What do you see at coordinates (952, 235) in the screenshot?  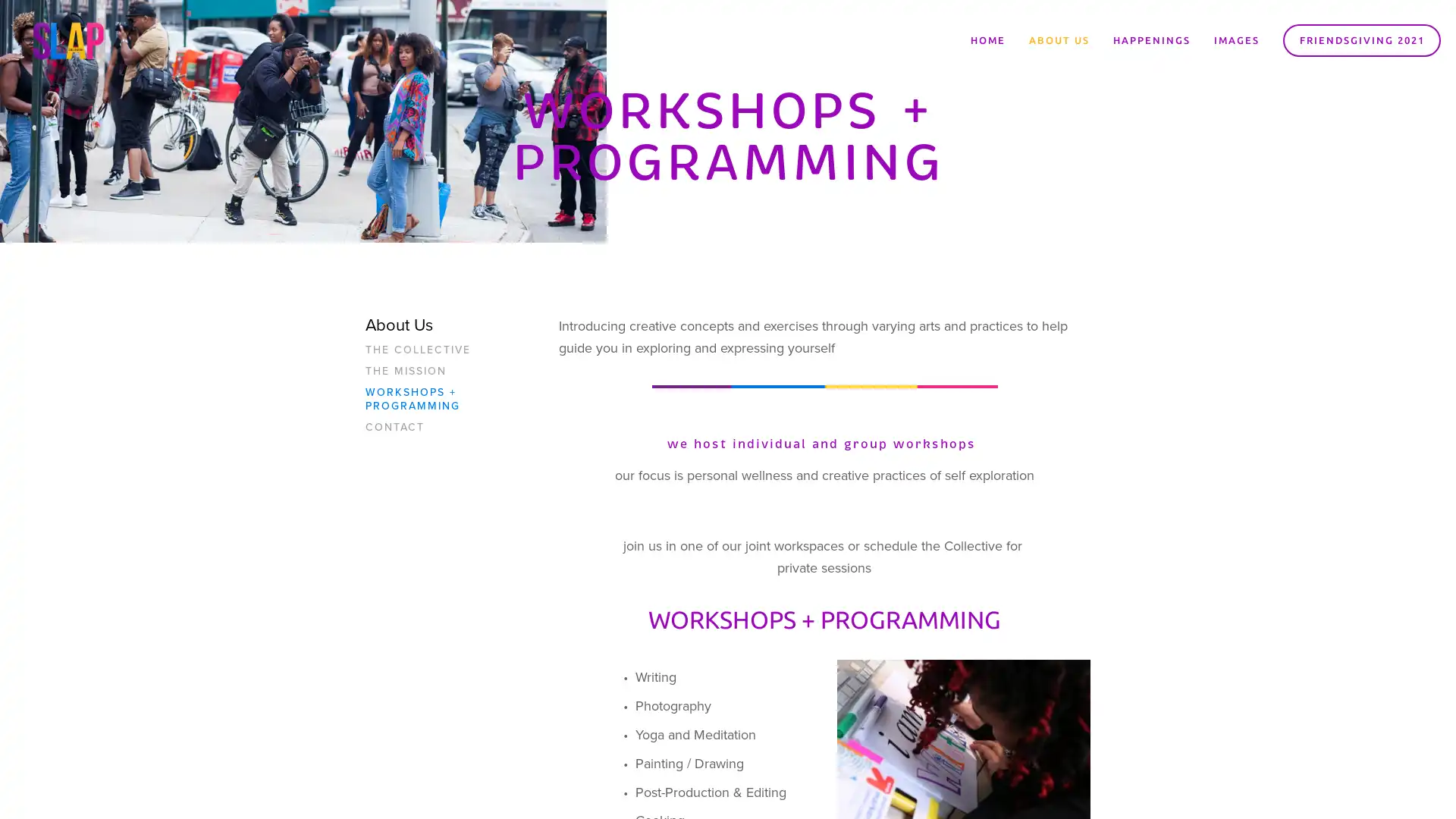 I see `Close` at bounding box center [952, 235].